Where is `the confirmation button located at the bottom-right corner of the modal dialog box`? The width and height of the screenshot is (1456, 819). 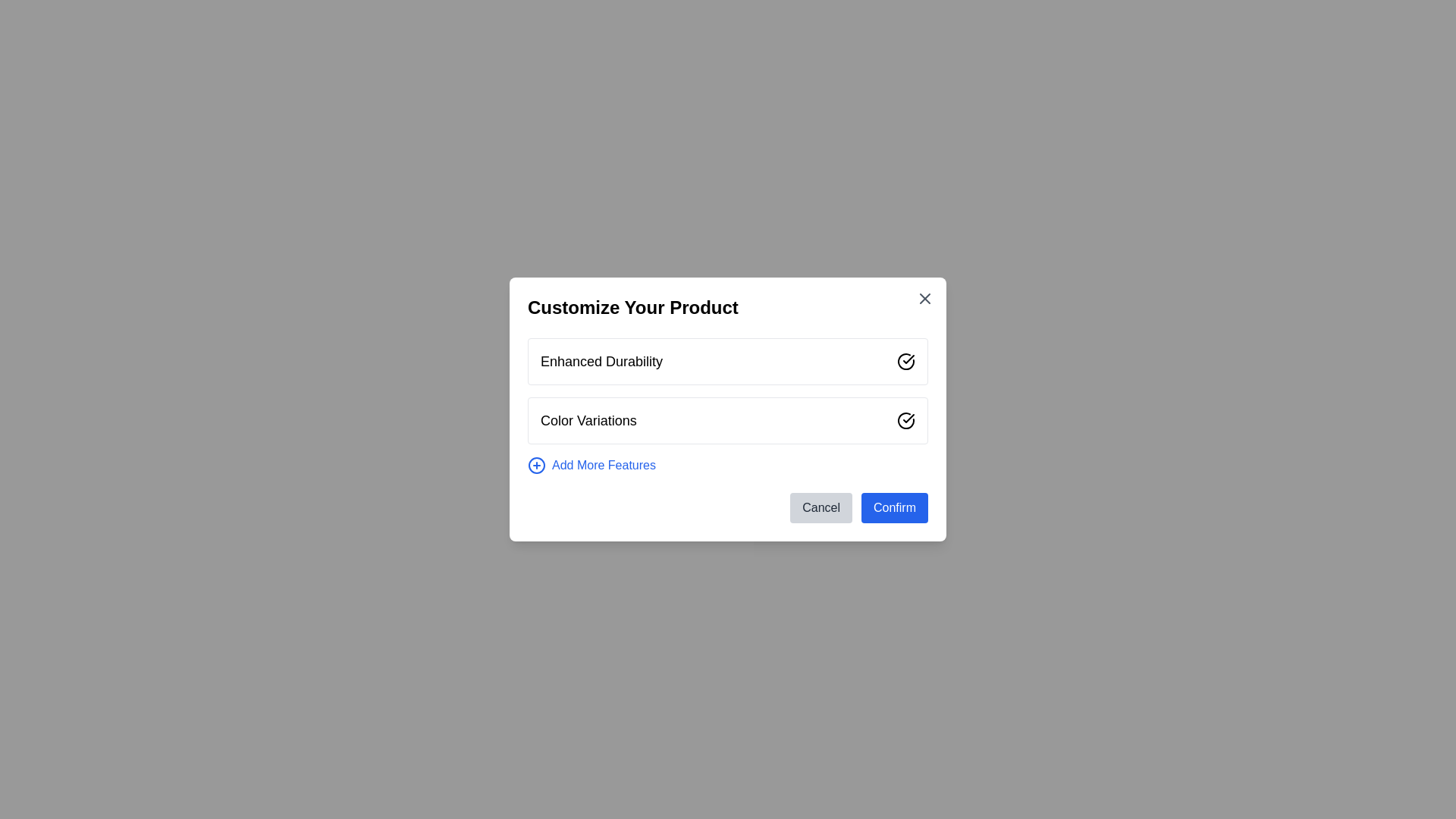 the confirmation button located at the bottom-right corner of the modal dialog box is located at coordinates (895, 508).